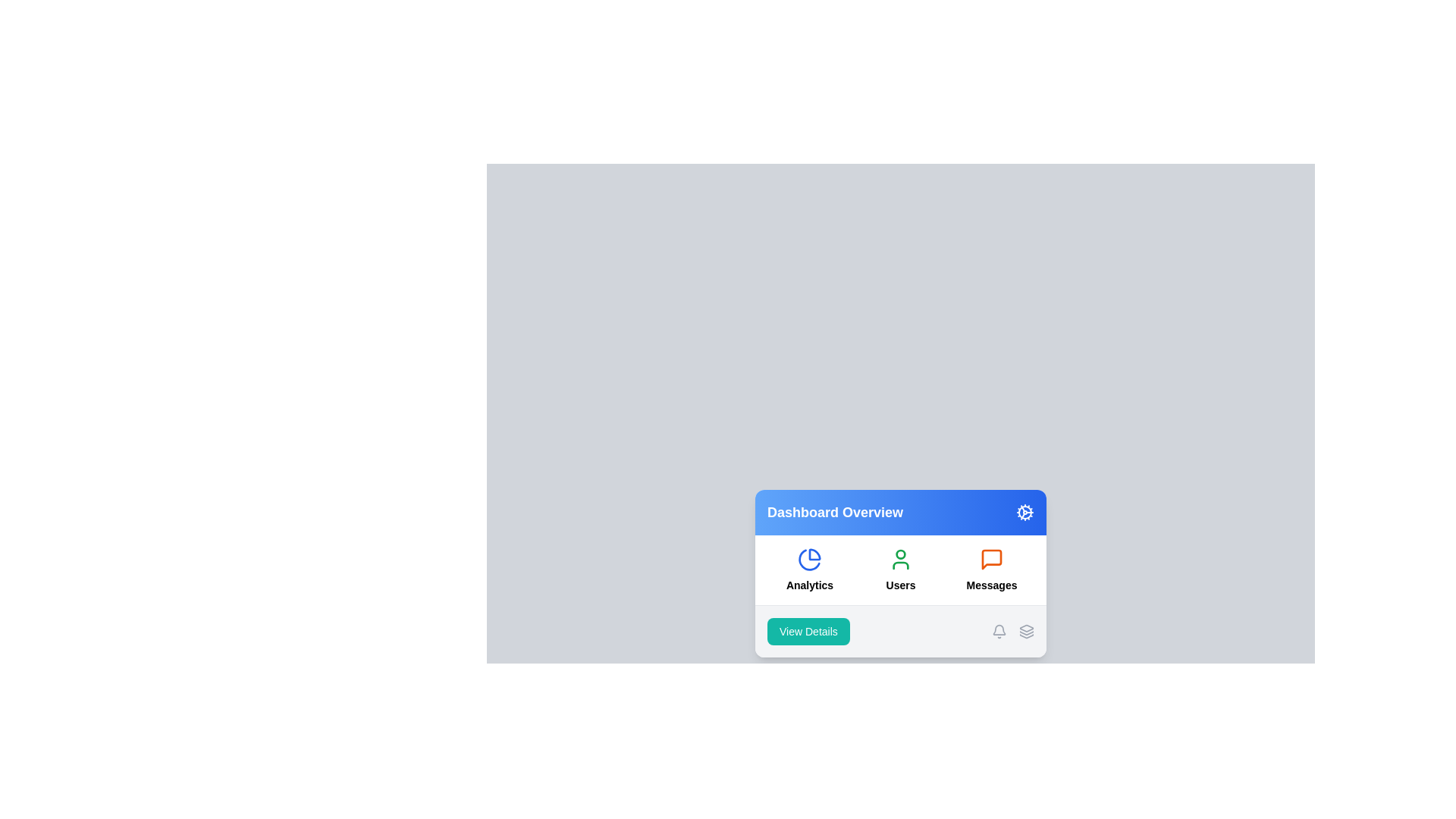  I want to click on the messaging icon located above the 'Messages' label within the vertical group labeled 'Messages', so click(992, 558).